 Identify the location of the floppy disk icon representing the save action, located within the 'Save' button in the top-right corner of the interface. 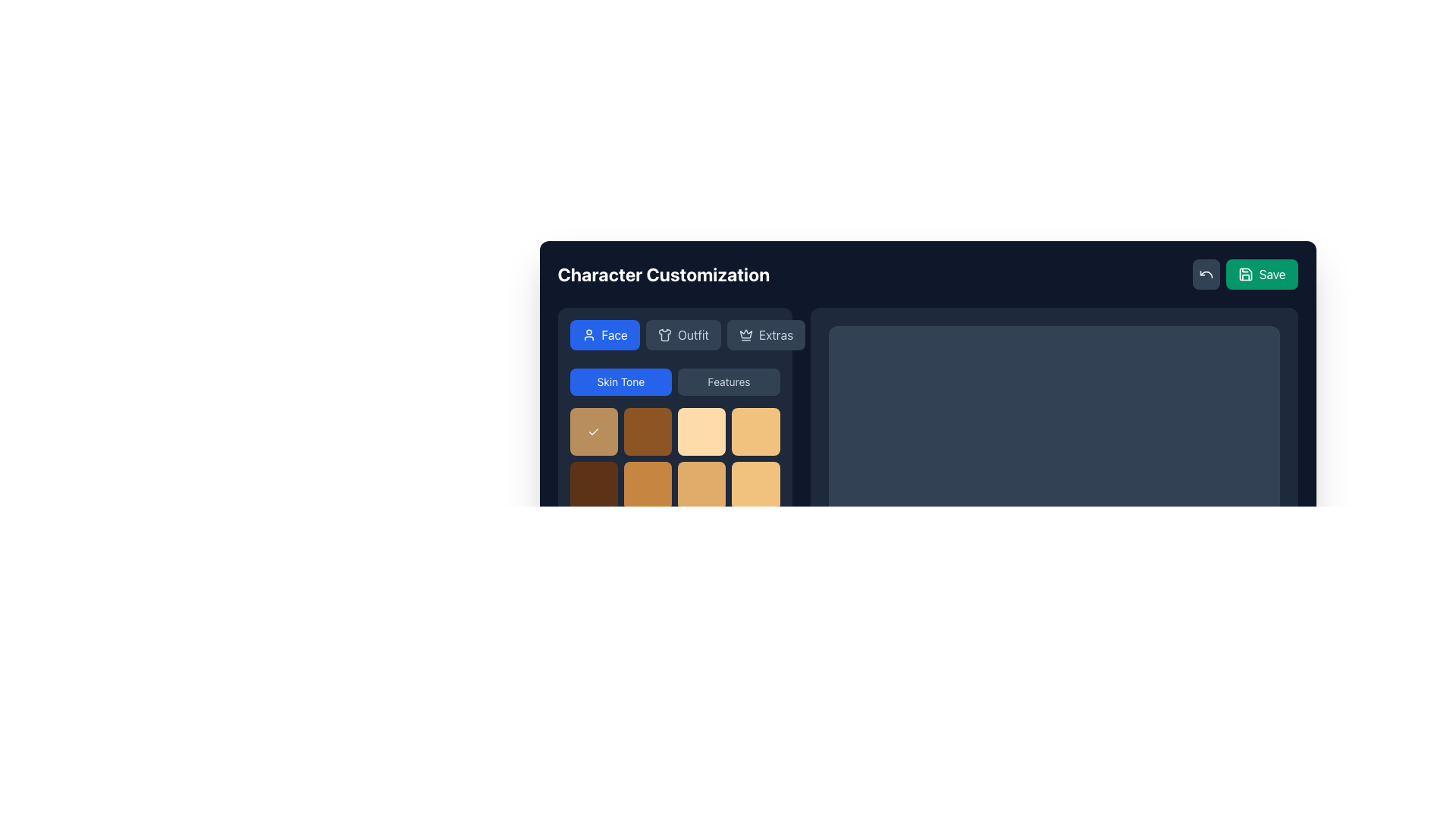
(1245, 275).